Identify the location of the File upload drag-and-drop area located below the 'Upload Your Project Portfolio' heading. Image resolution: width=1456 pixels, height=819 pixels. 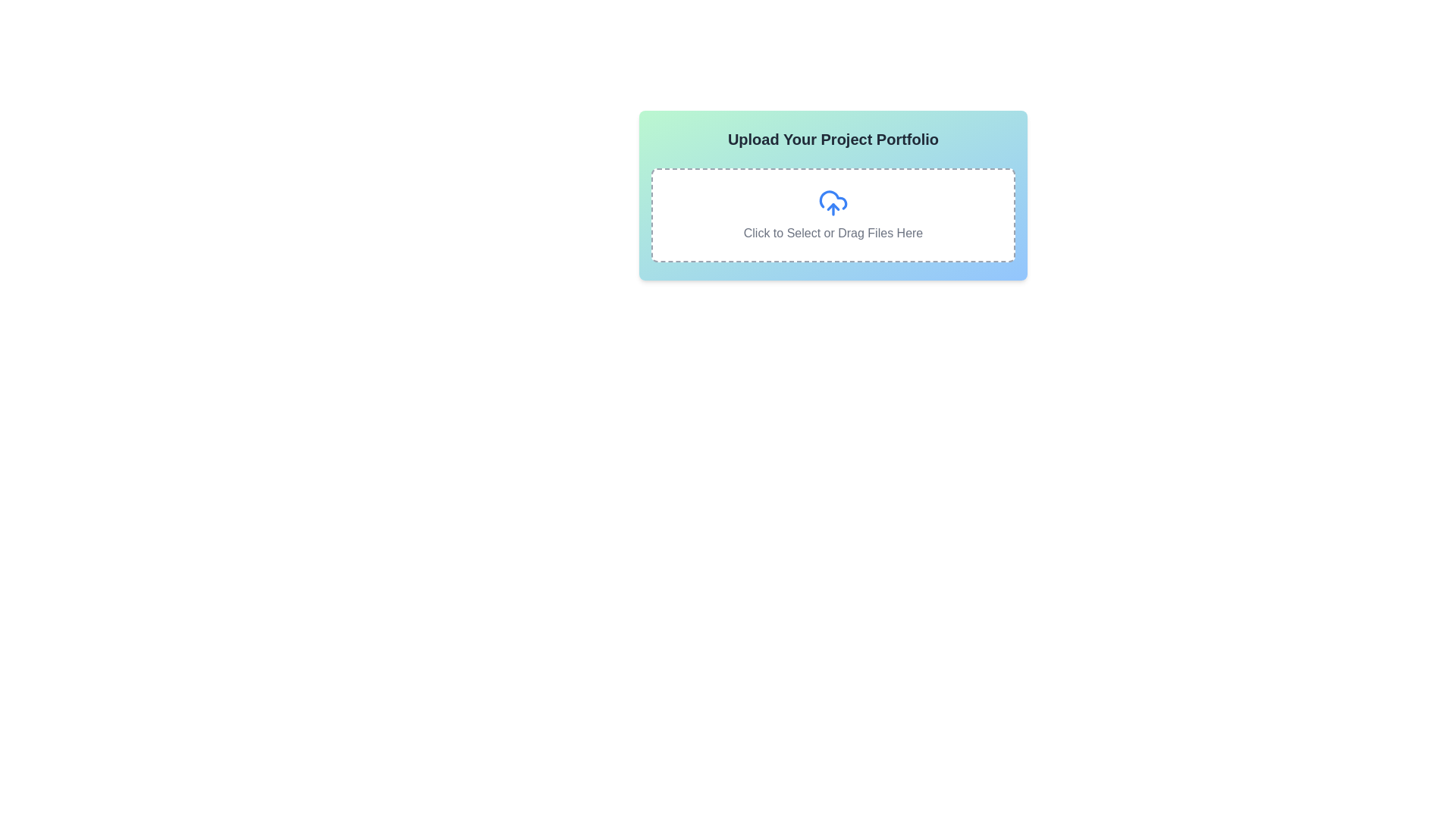
(833, 215).